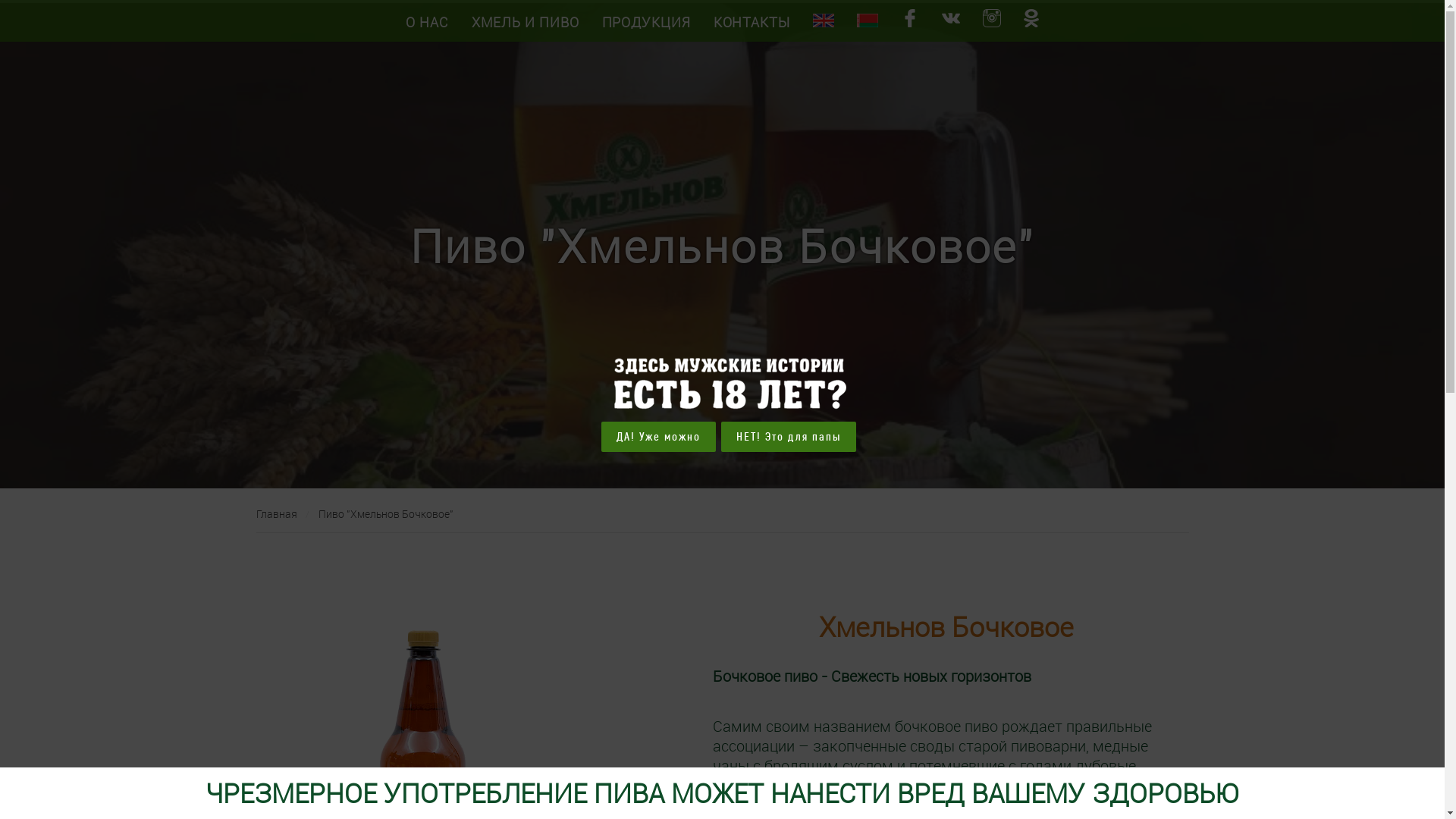 This screenshot has width=1456, height=819. What do you see at coordinates (910, 21) in the screenshot?
I see `'facebook '` at bounding box center [910, 21].